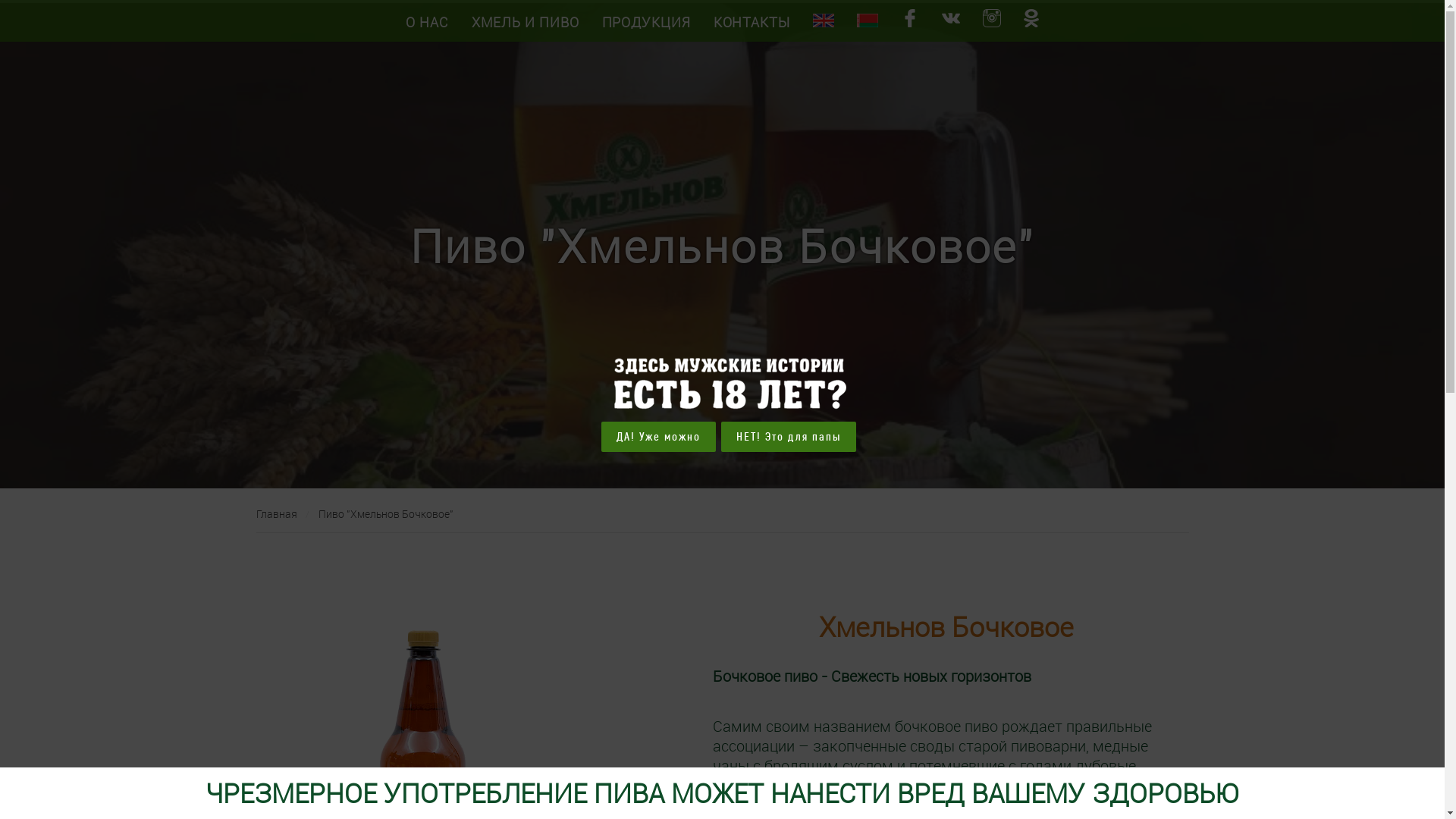 This screenshot has width=1456, height=819. What do you see at coordinates (910, 21) in the screenshot?
I see `'facebook '` at bounding box center [910, 21].